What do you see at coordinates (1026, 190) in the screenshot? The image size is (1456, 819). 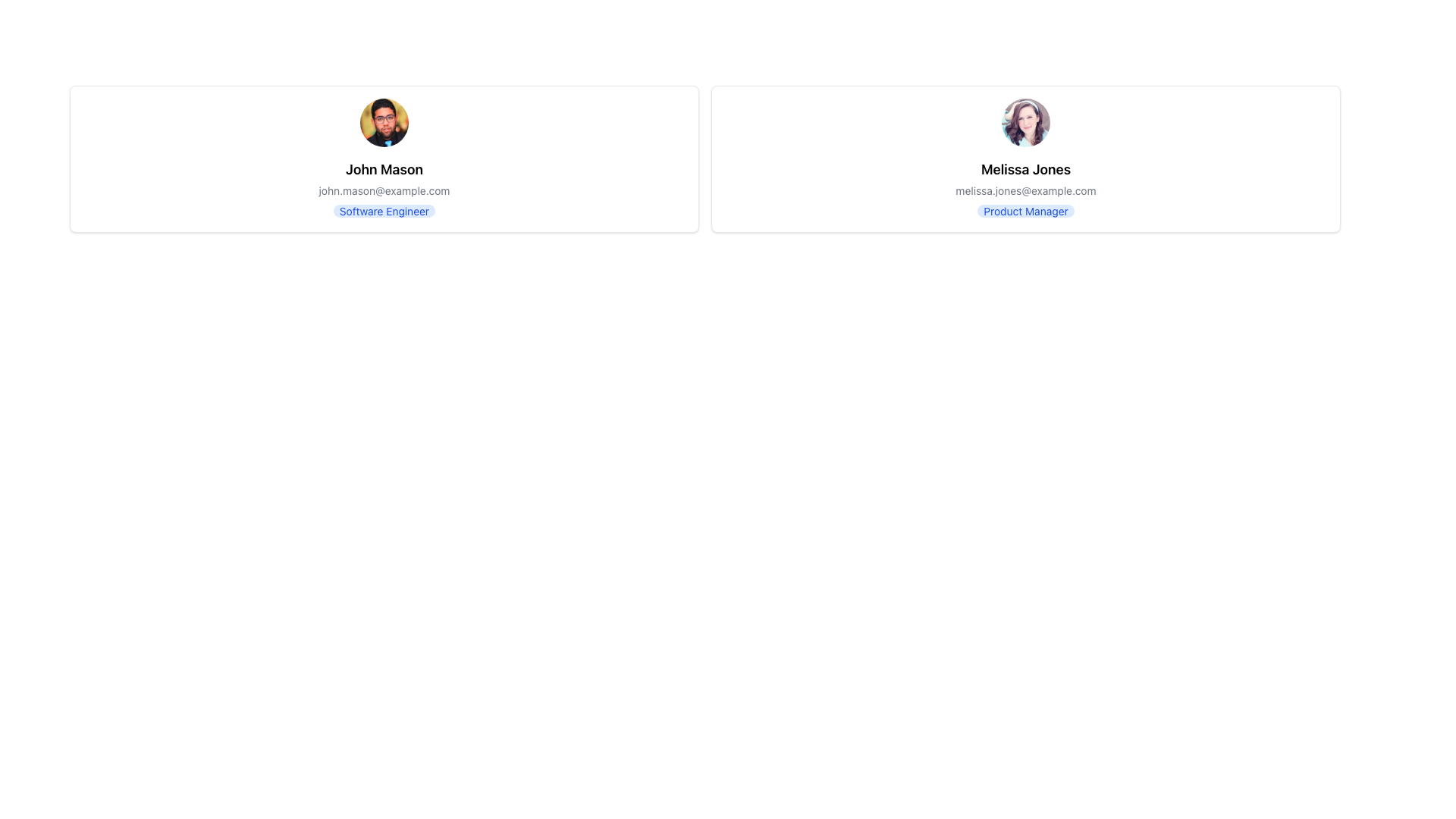 I see `the static text element displaying the email address associated with 'Melissa Jones', which is located beneath 'Melissa Jones' and above 'Product Manager'` at bounding box center [1026, 190].